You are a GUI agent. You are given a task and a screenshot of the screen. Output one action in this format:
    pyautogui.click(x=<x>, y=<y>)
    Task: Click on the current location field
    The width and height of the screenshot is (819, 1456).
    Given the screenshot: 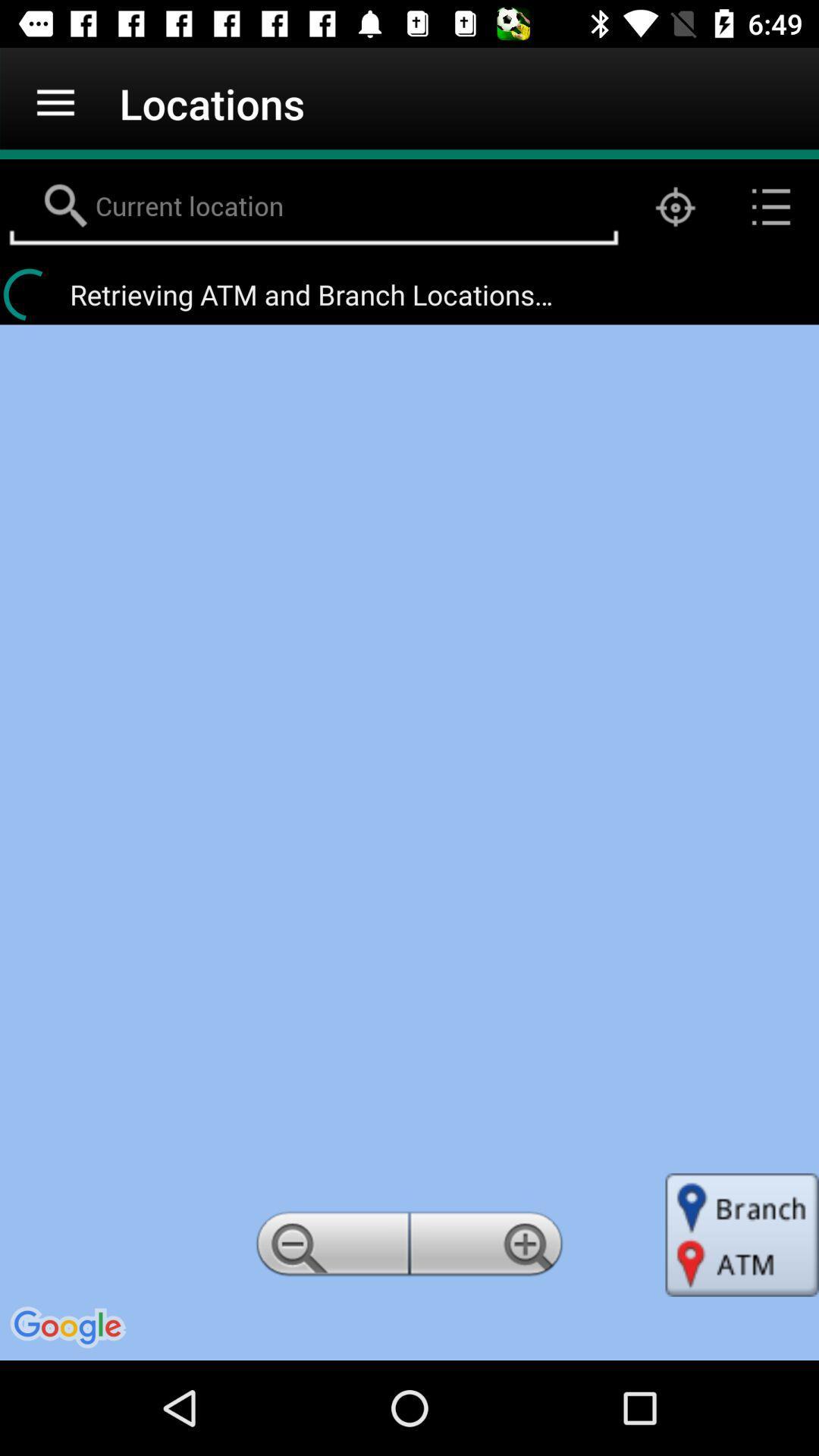 What is the action you would take?
    pyautogui.click(x=312, y=206)
    